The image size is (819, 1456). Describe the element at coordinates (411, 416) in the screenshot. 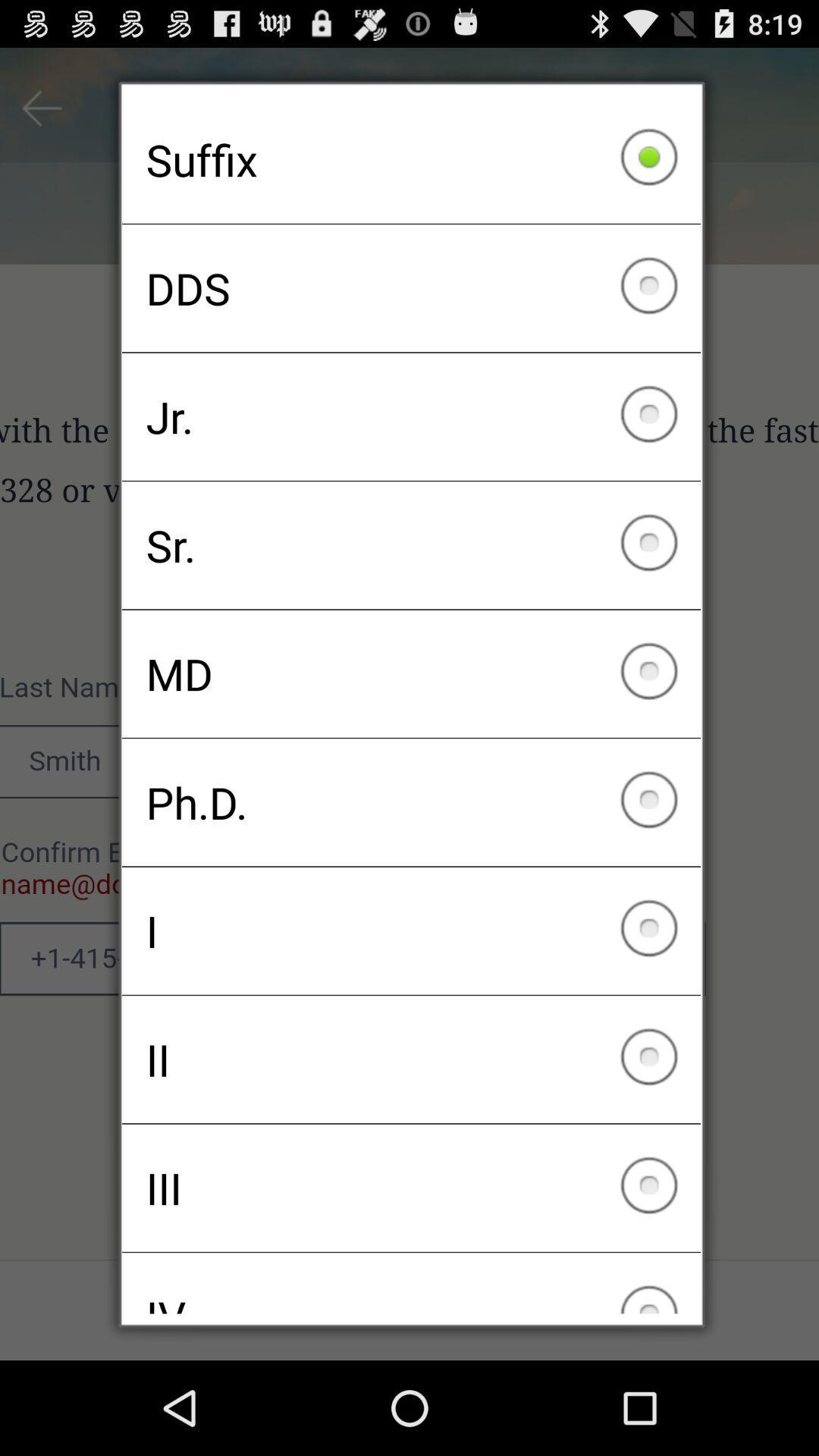

I see `the icon above the sr. icon` at that location.